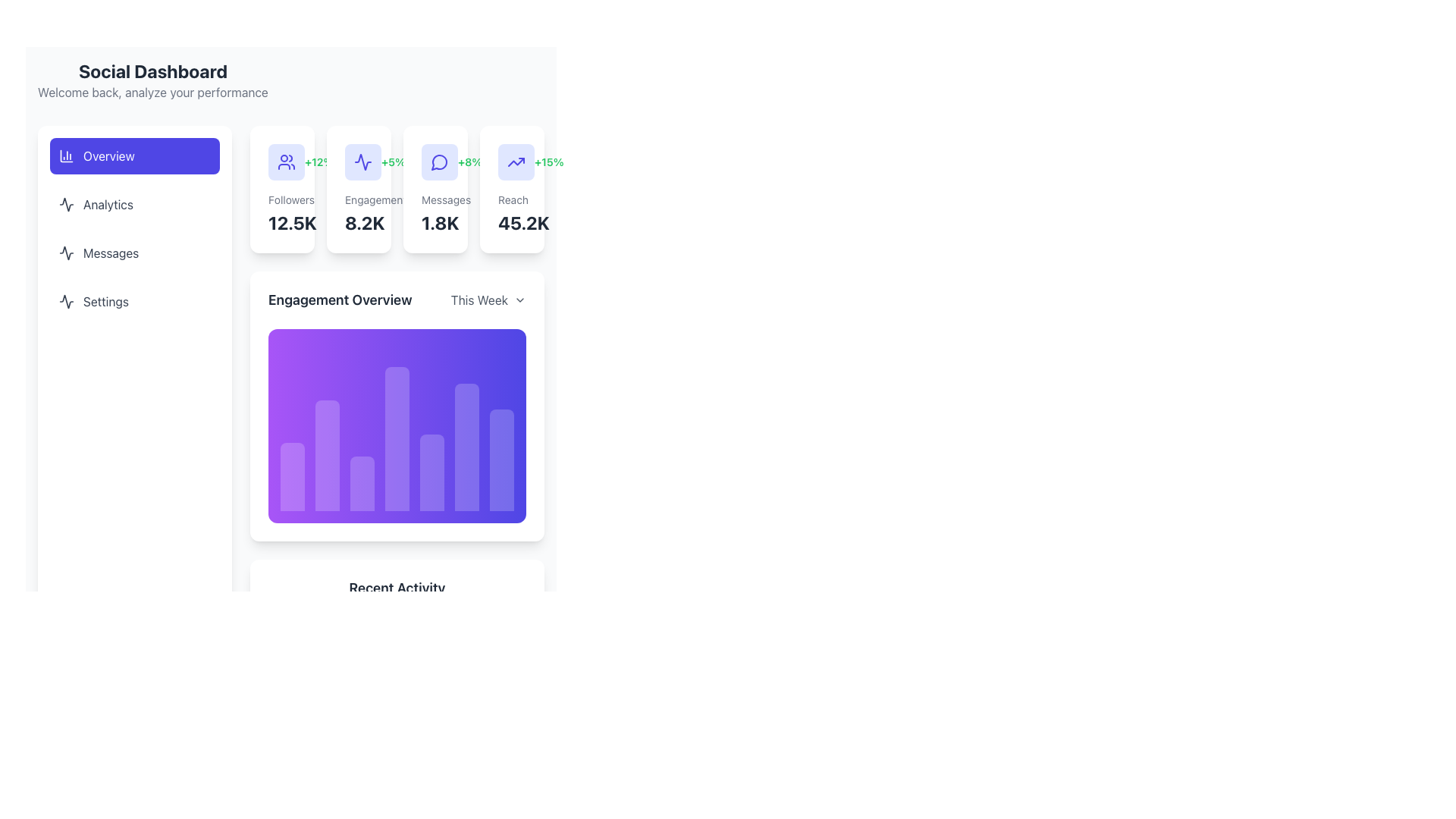  Describe the element at coordinates (327, 455) in the screenshot. I see `the second bar from the left in the 'Engagement Overview' chart, which visually represents a data value for a specific time period or category` at that location.